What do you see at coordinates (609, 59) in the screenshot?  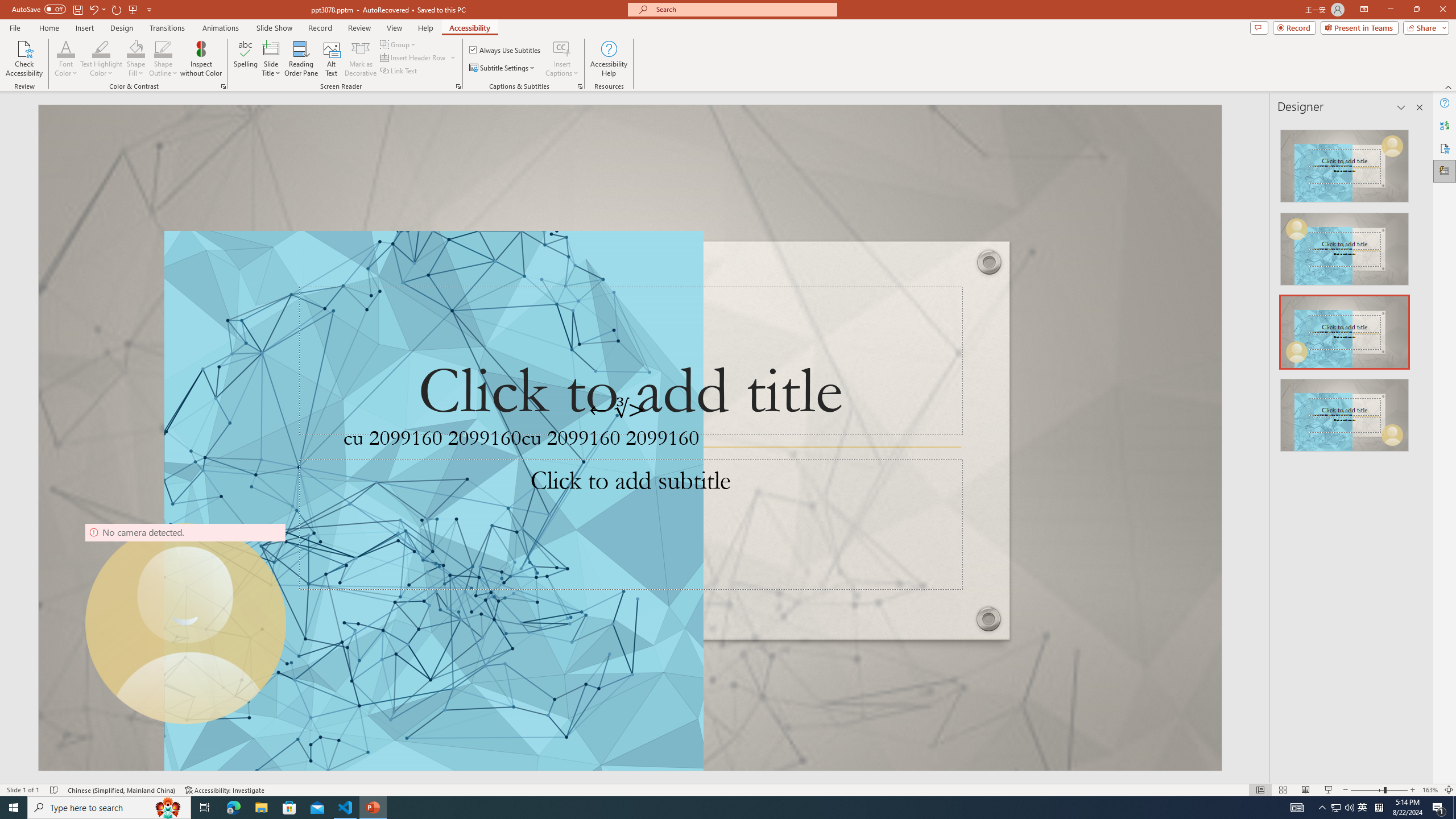 I see `'Accessibility Help'` at bounding box center [609, 59].